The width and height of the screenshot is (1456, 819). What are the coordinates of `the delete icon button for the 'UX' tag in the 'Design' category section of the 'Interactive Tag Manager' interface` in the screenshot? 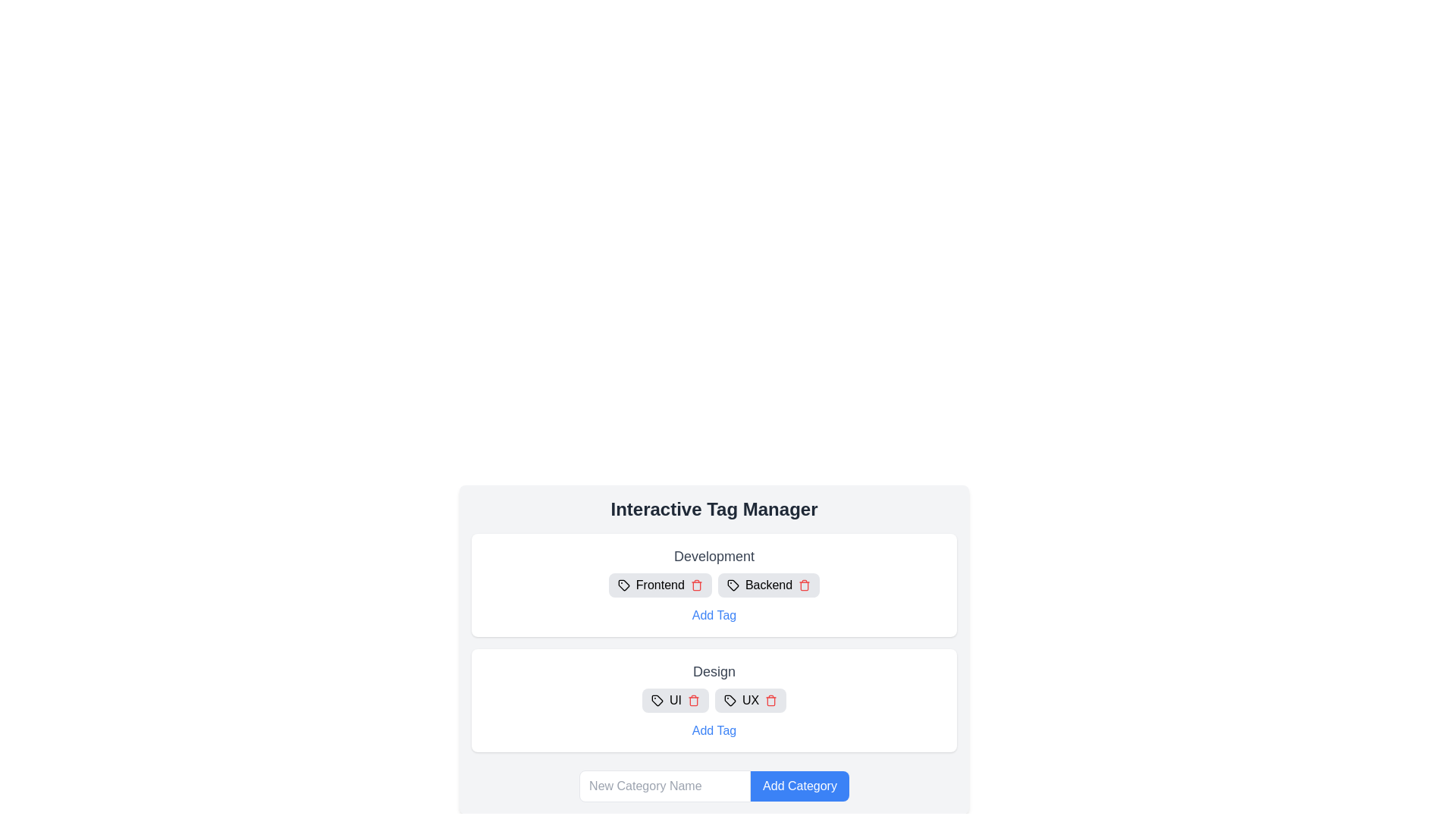 It's located at (771, 701).